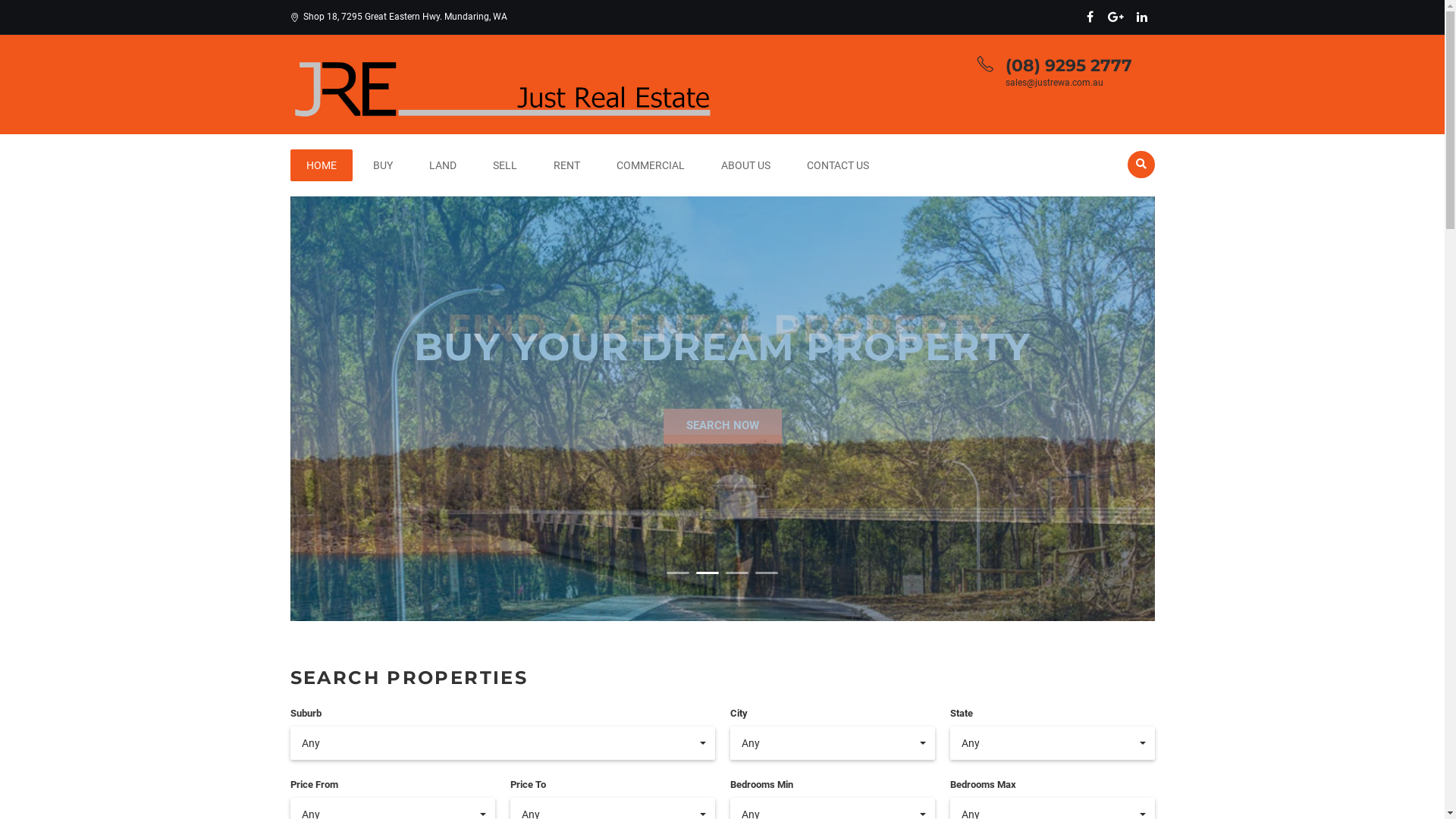 This screenshot has width=1456, height=819. I want to click on 'SEARCH NOW', so click(720, 425).